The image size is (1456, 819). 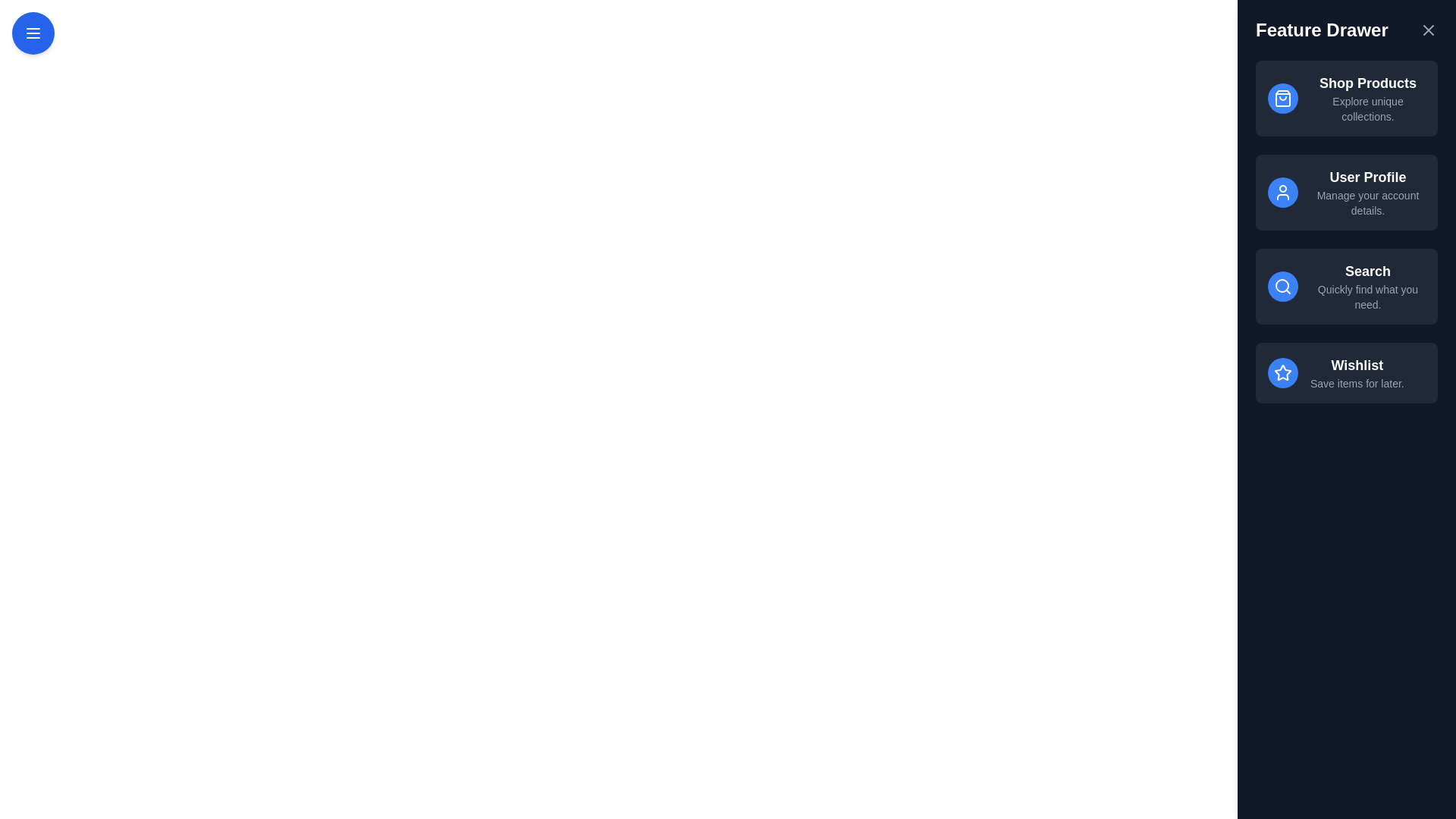 What do you see at coordinates (1347, 99) in the screenshot?
I see `the feature item corresponding to Shop Products in the drawer` at bounding box center [1347, 99].